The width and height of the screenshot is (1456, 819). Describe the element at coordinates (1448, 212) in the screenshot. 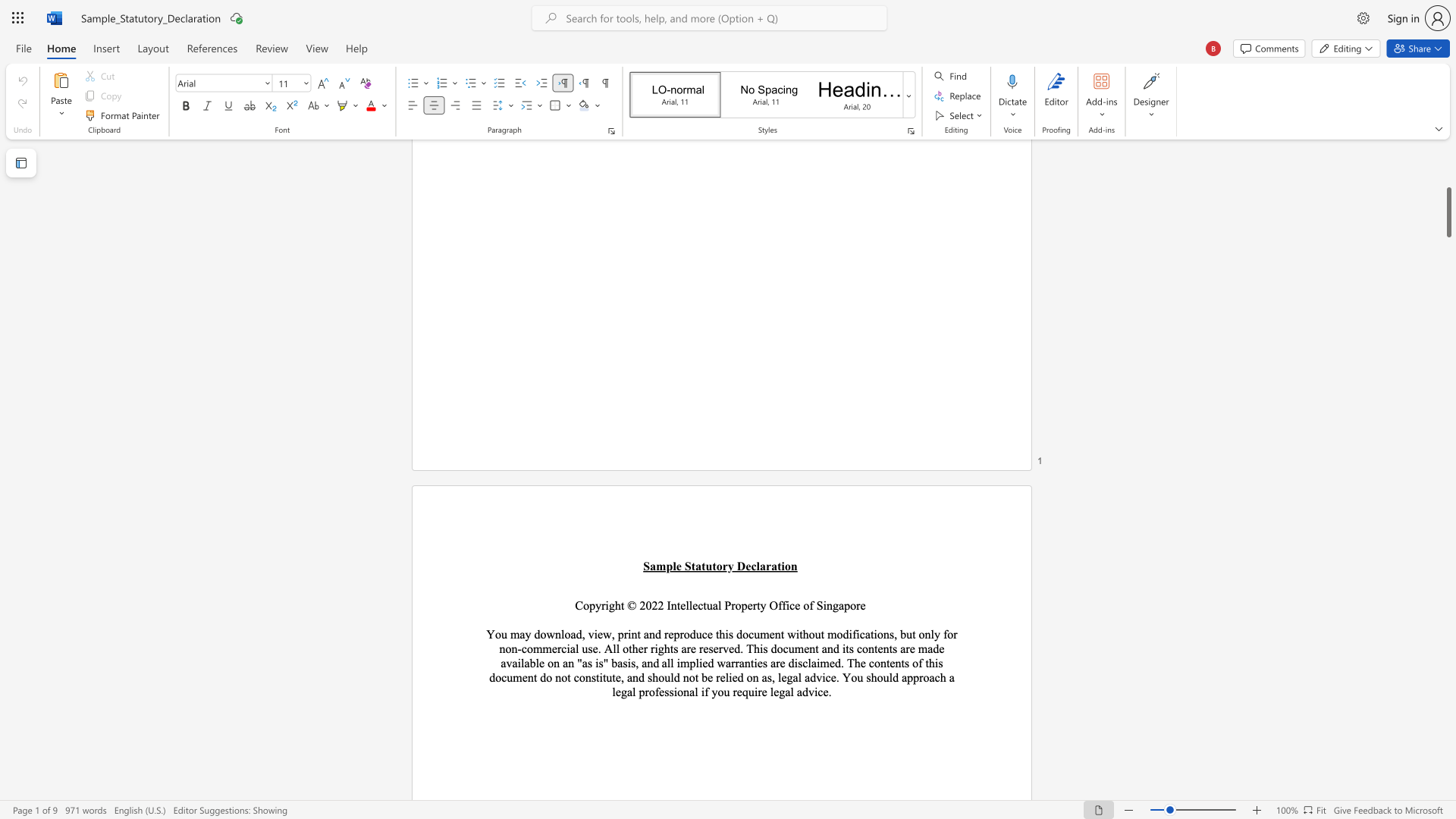

I see `the scrollbar and move down 7360 pixels` at that location.